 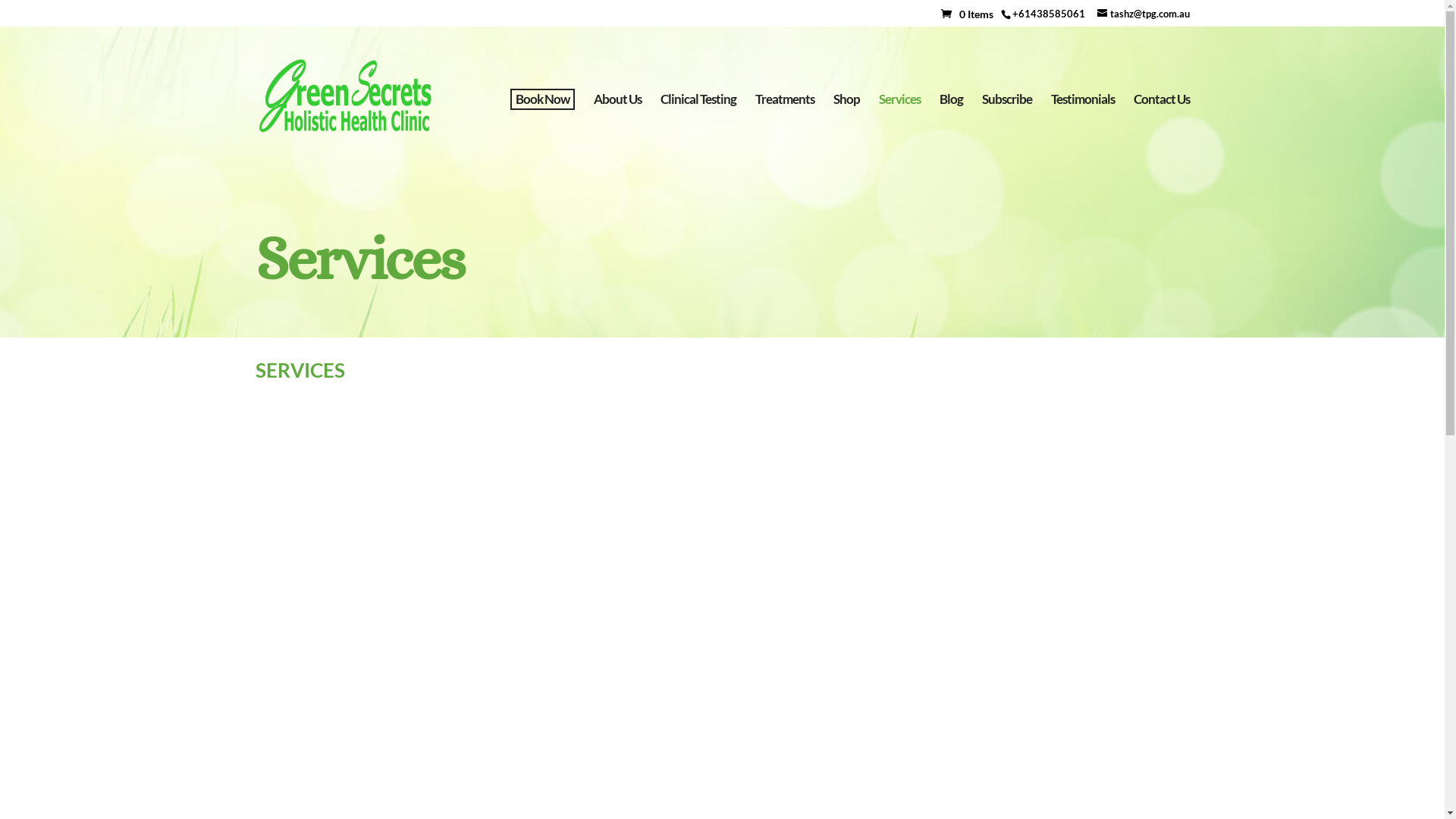 I want to click on '0 Items', so click(x=969, y=14).